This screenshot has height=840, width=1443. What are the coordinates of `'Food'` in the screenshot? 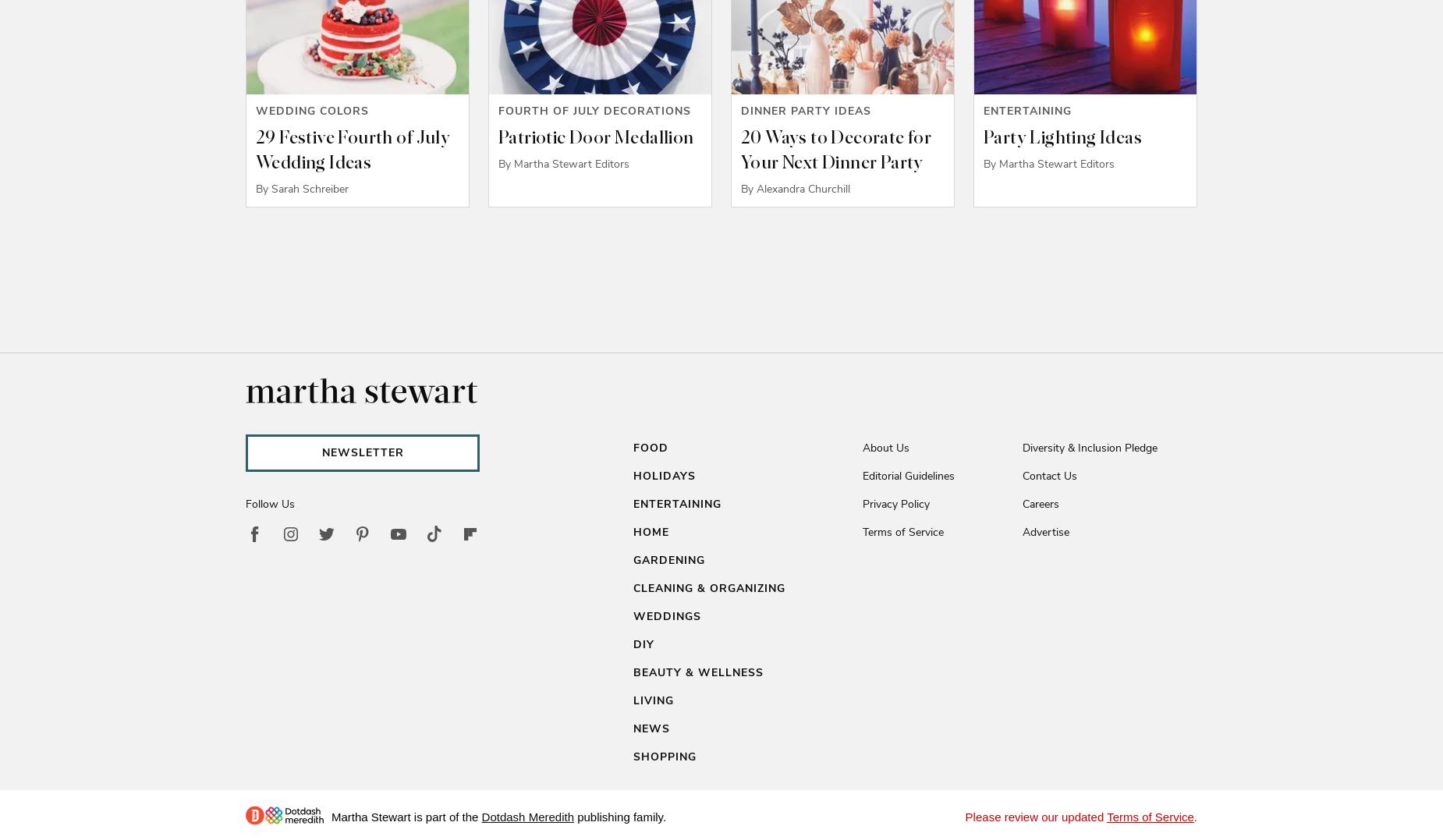 It's located at (651, 448).